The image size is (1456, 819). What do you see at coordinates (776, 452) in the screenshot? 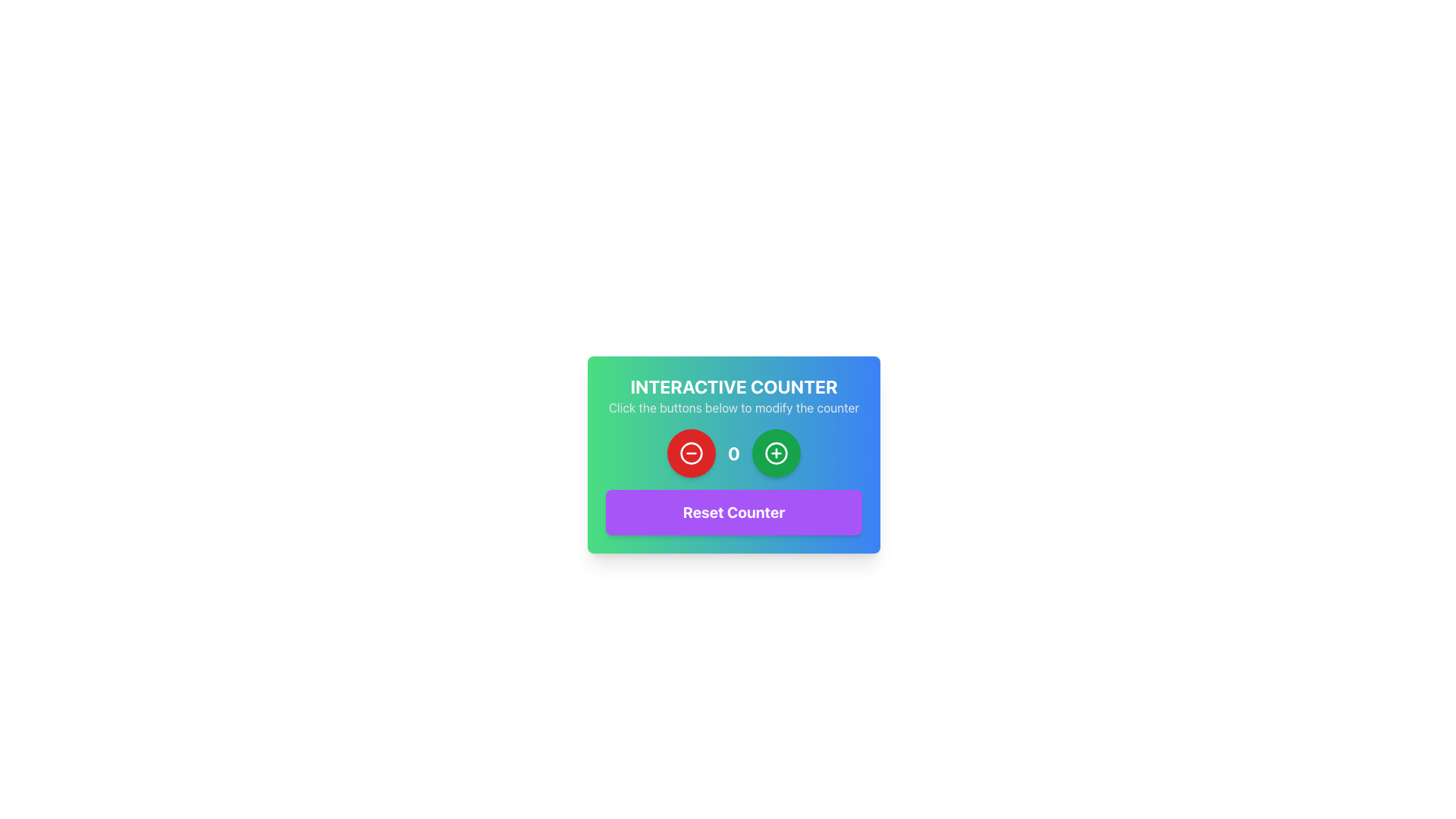
I see `the graphical representation of the circular visual component, which is a circular element with a white border and a cross shape in the center, located inside a green circle on the right side of the central counter interface` at bounding box center [776, 452].